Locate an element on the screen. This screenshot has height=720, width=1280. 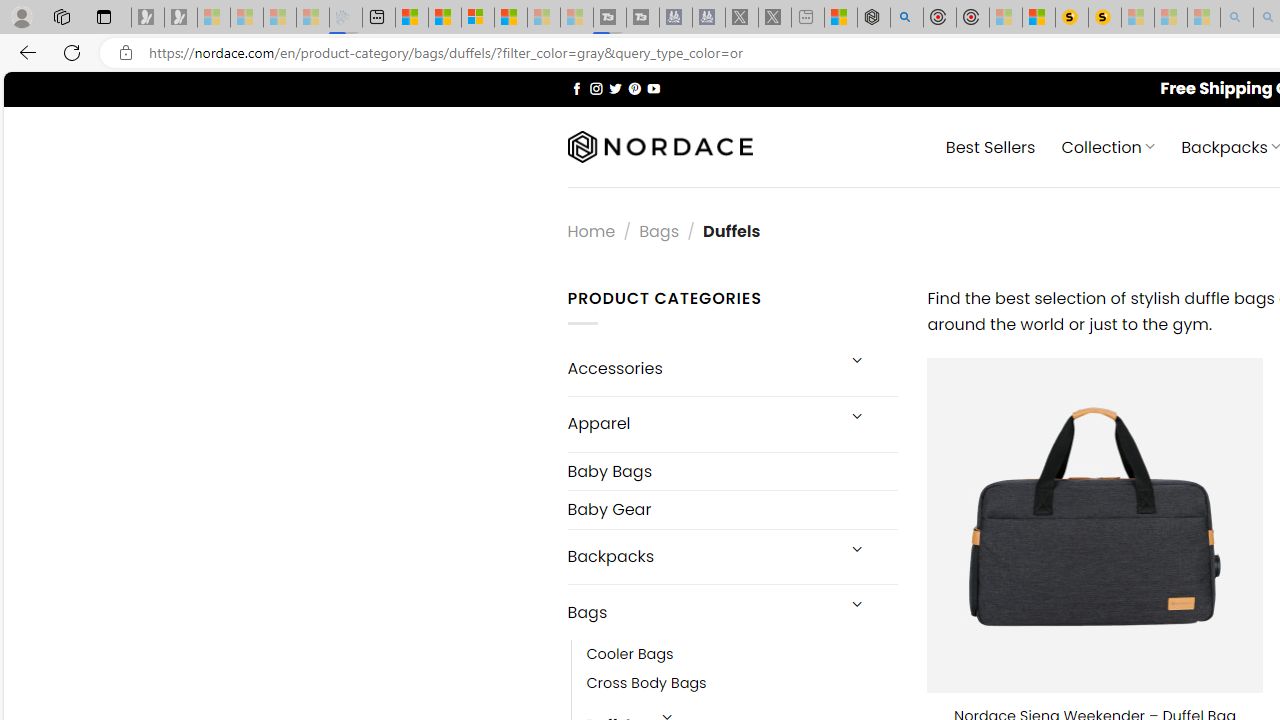
'Baby Gear' is located at coordinates (731, 509).